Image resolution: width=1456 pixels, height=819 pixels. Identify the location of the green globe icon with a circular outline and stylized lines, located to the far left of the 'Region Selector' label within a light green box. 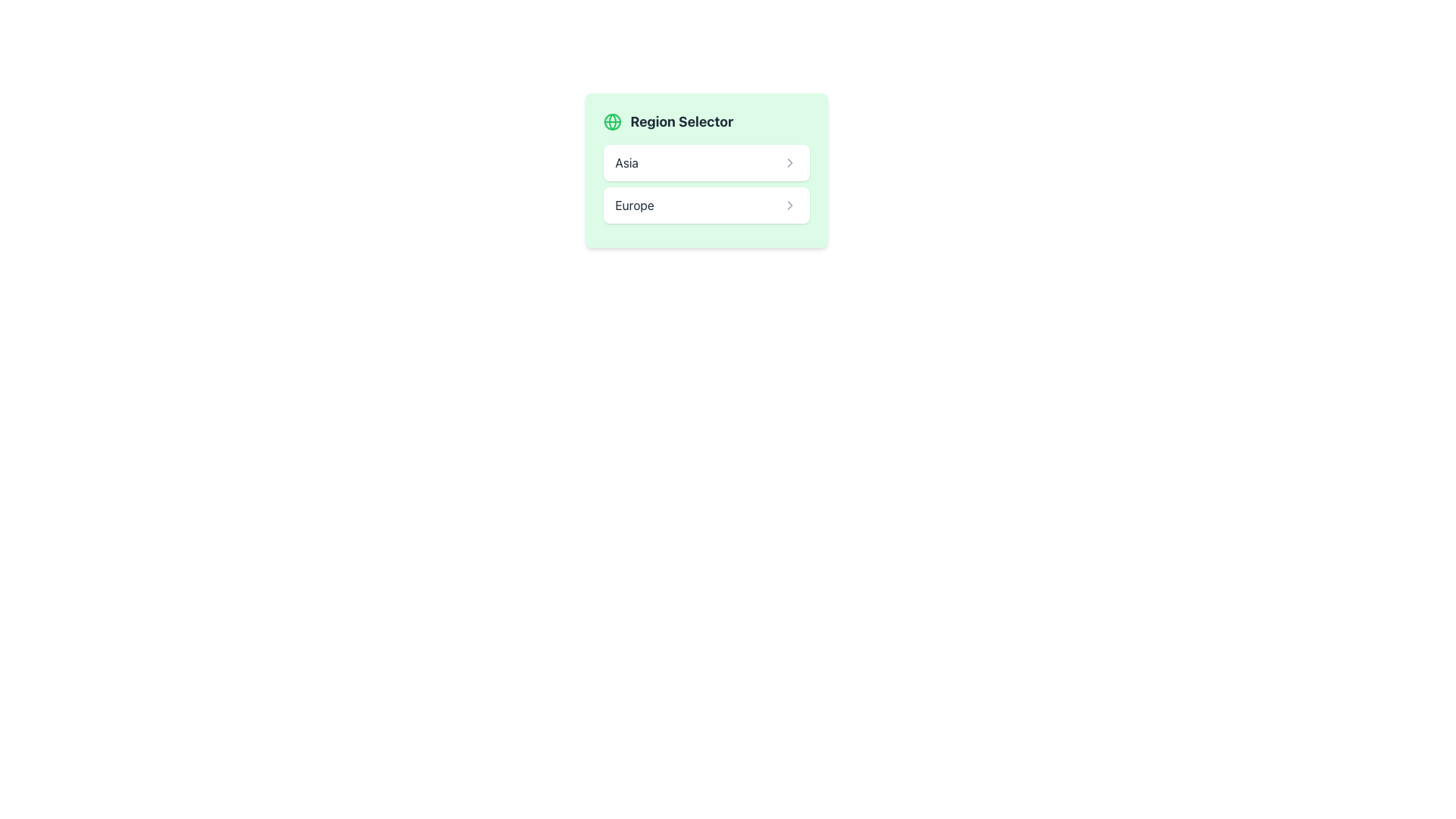
(612, 121).